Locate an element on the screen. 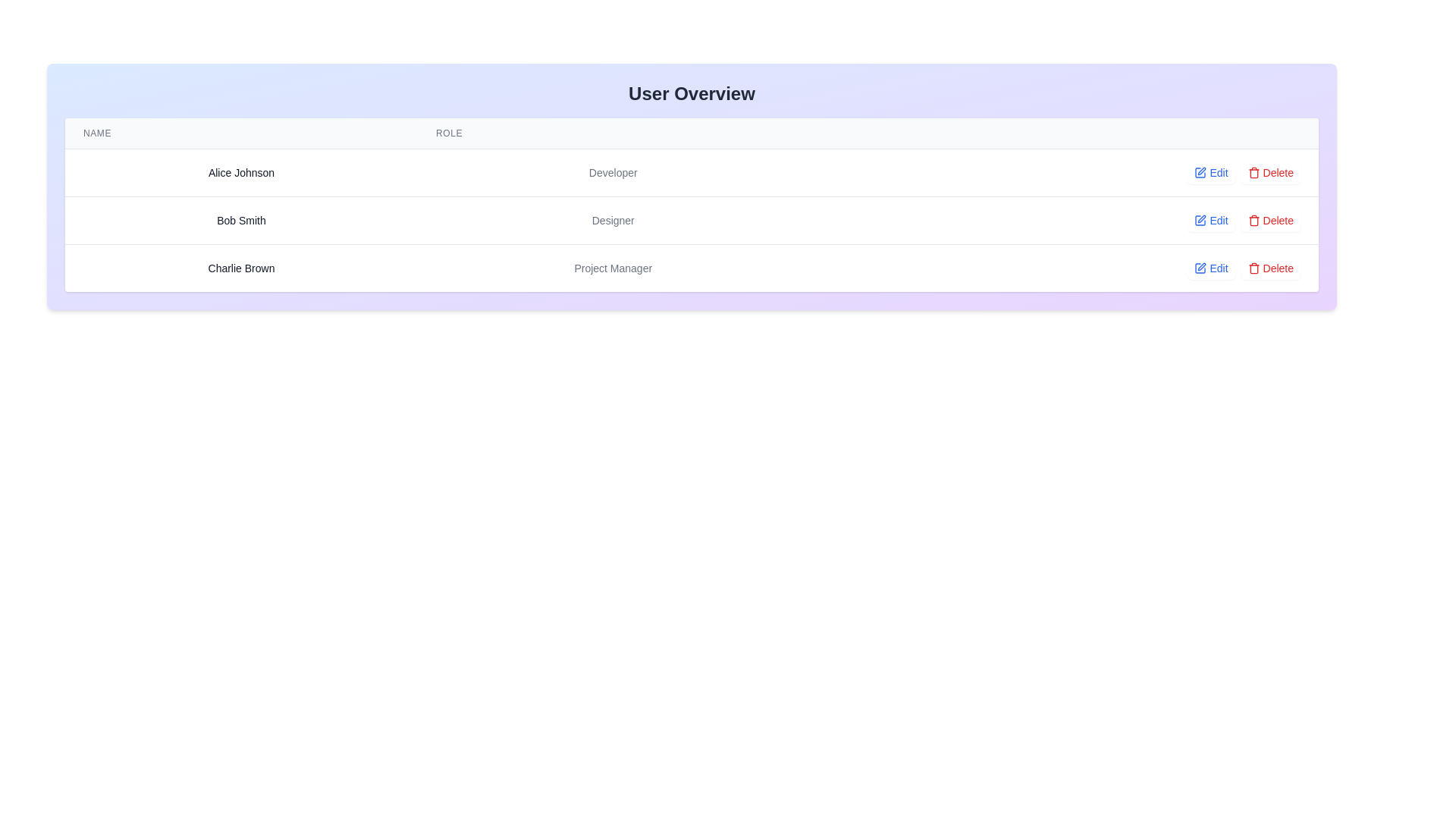 This screenshot has width=1456, height=819. the delete icon located to the left of the 'Delete' text within the delete button in the last column of the user data table is located at coordinates (1254, 171).